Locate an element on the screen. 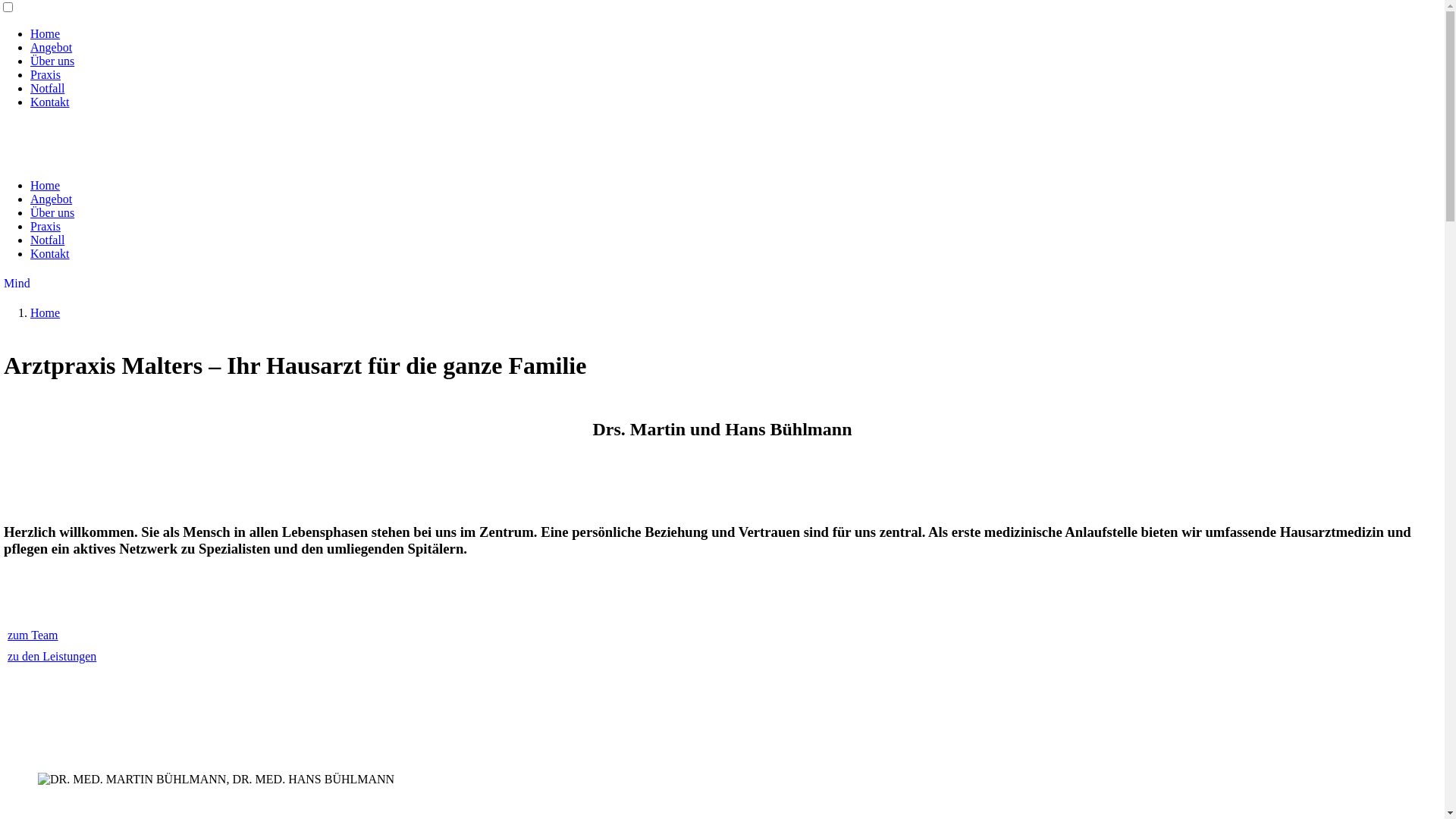 The width and height of the screenshot is (1456, 819). 'Home' is located at coordinates (45, 33).